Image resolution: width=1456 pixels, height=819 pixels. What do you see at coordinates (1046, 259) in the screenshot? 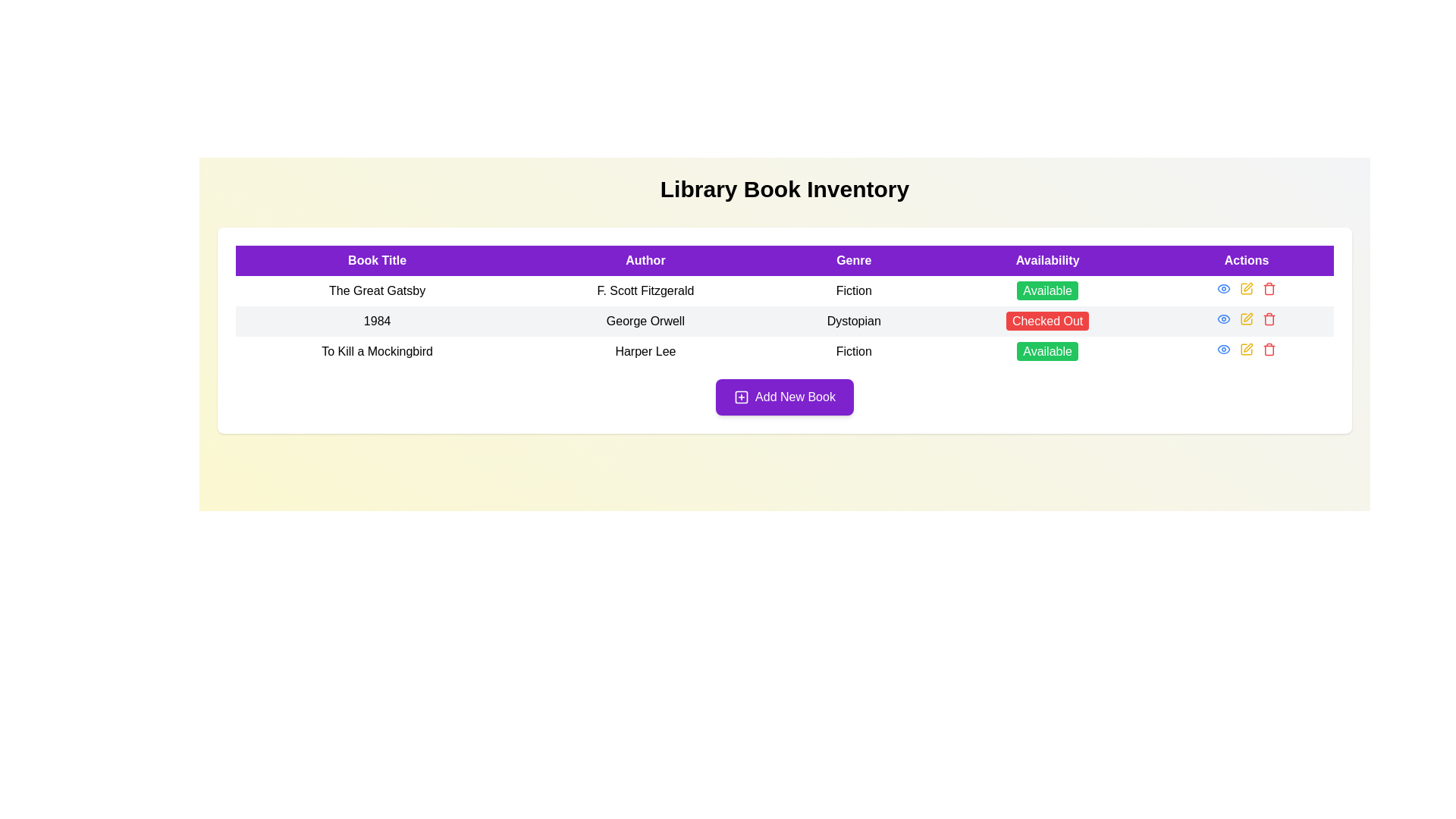
I see `text from the horizontally rectangular Text Label with a purple background and white text that displays 'Availability', located in the header row of a table between the 'Genre' and 'Actions' columns` at bounding box center [1046, 259].